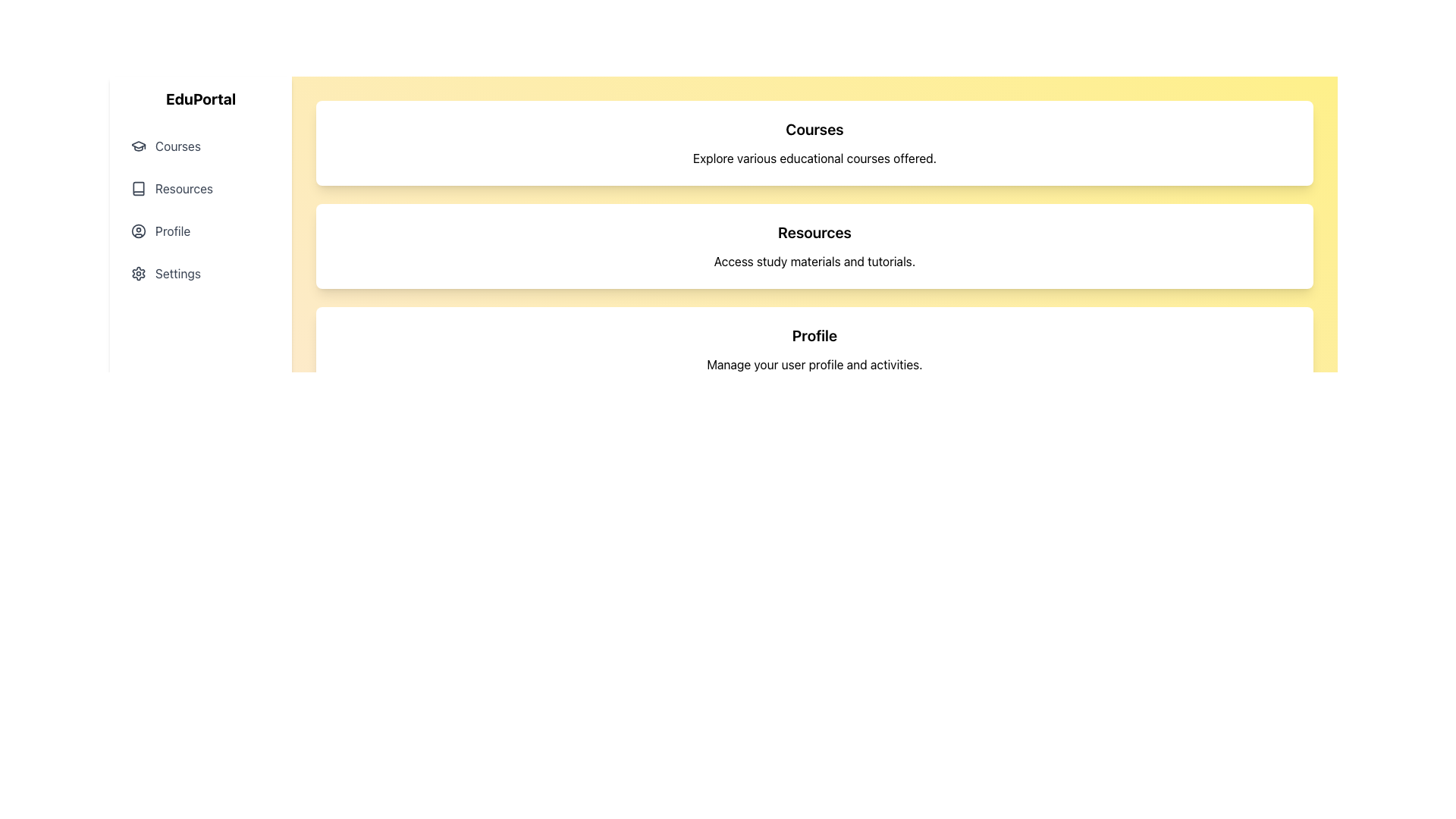 The height and width of the screenshot is (819, 1456). I want to click on the compact, rectangular SVG icon associated with the label 'Resources' in the left-side vertical navigation menu, so click(138, 188).